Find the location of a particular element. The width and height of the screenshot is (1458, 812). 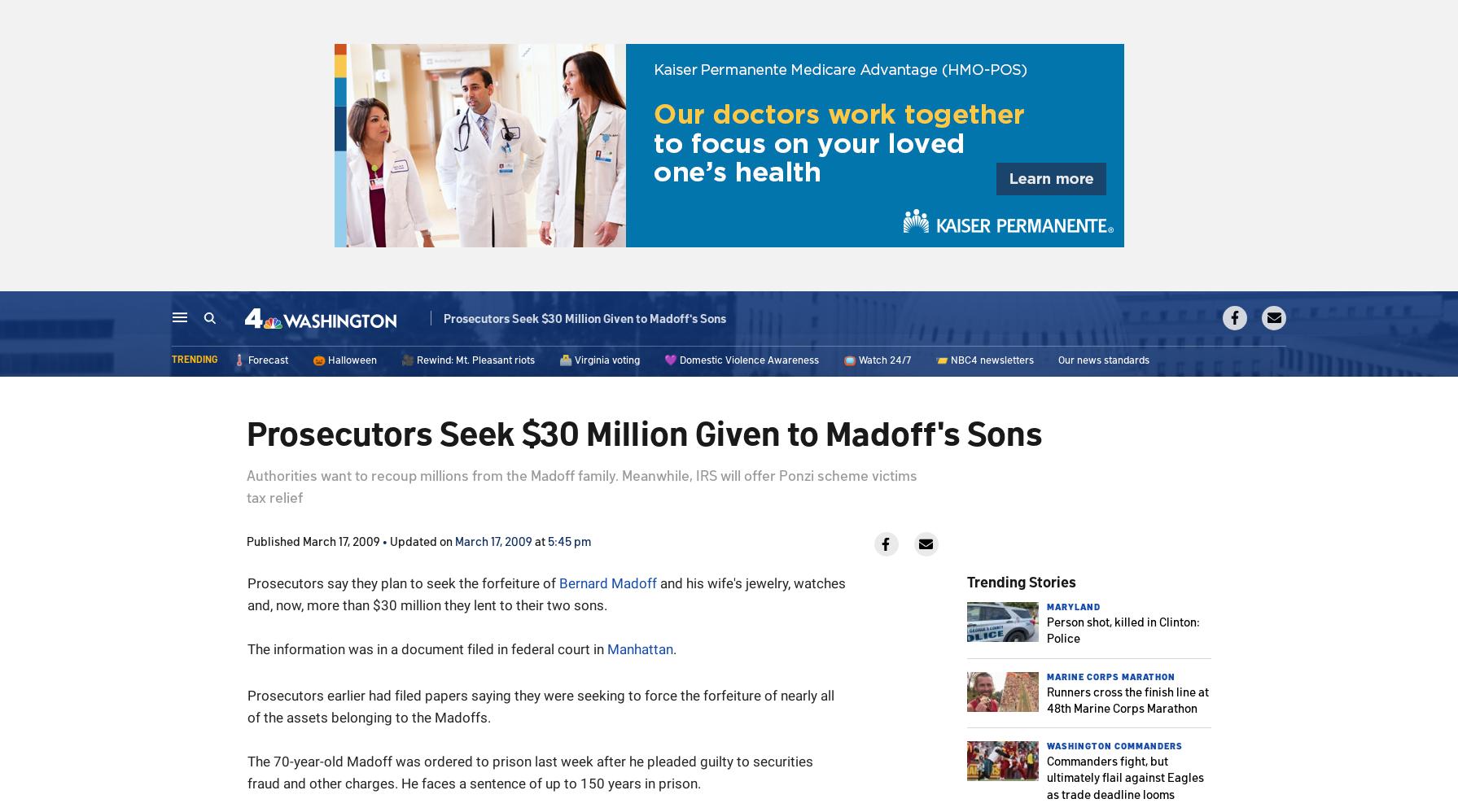

'Published March 17, 2009' is located at coordinates (245, 539).